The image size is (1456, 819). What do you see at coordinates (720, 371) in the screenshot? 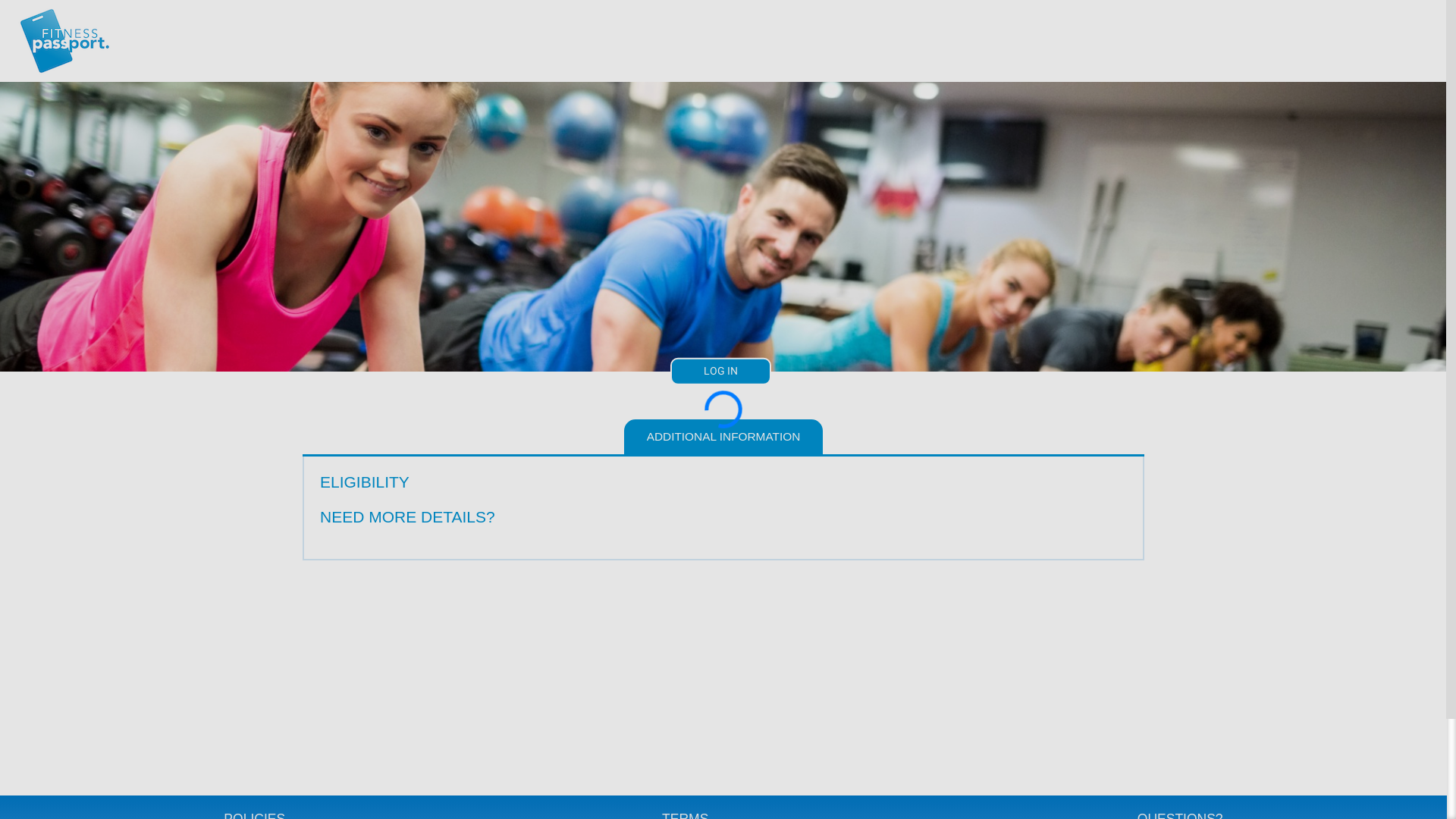
I see `'LOG IN'` at bounding box center [720, 371].